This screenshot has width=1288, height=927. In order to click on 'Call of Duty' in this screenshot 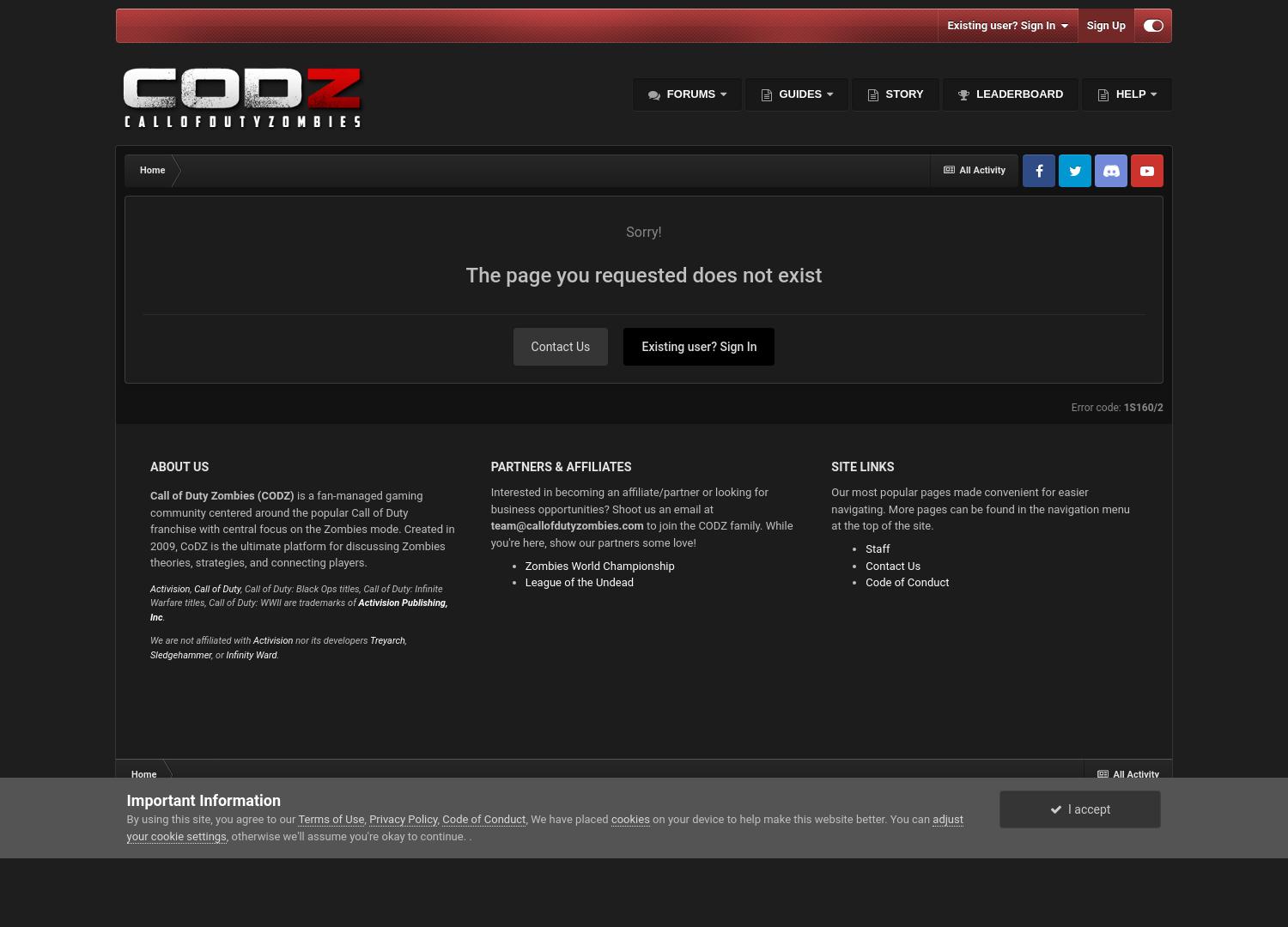, I will do `click(217, 587)`.